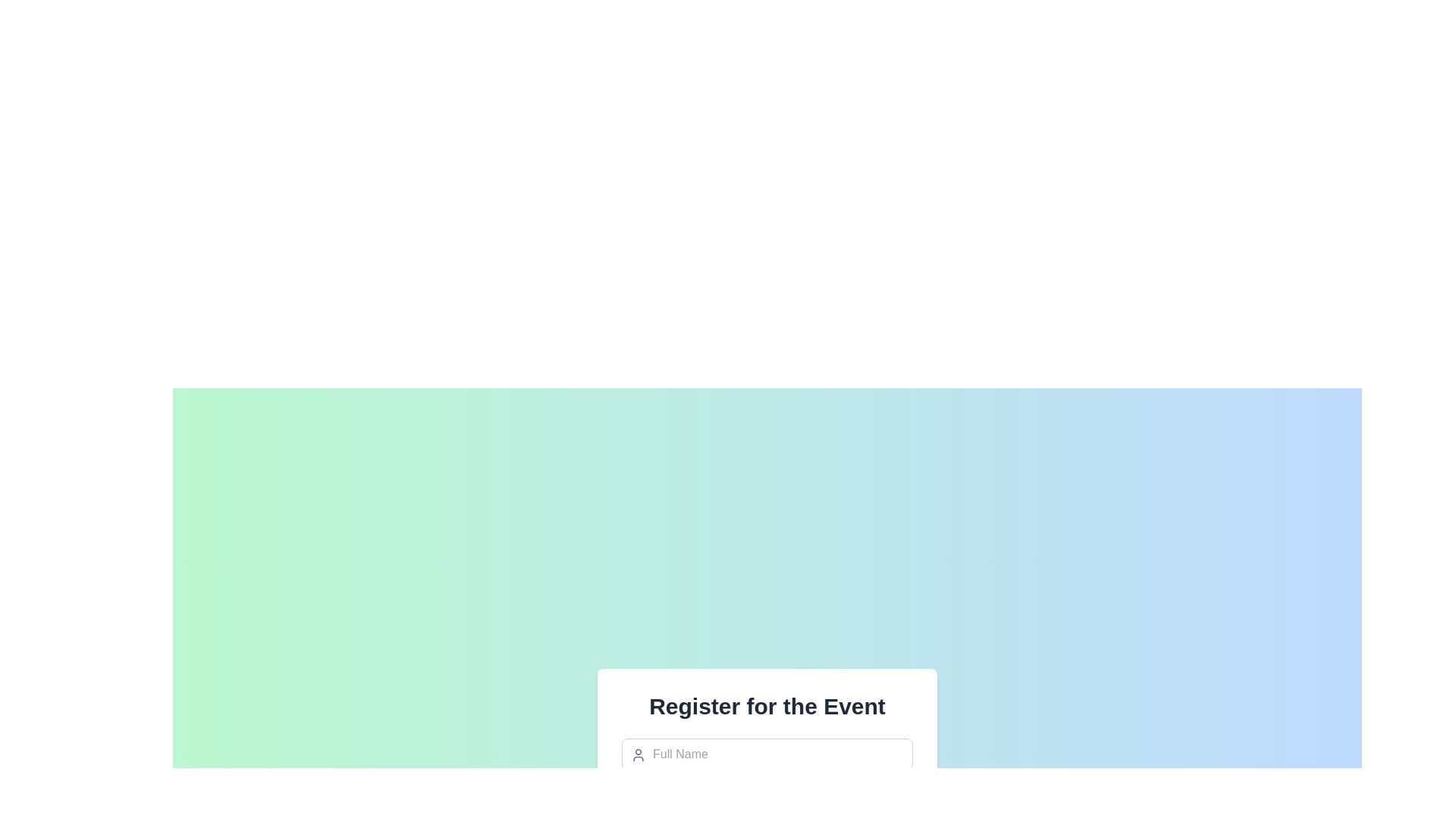  What do you see at coordinates (638, 755) in the screenshot?
I see `the icon that visually indicates the purpose of the adjacent text field for entering the user's name, located on the left side of the 'Full Name' input field` at bounding box center [638, 755].